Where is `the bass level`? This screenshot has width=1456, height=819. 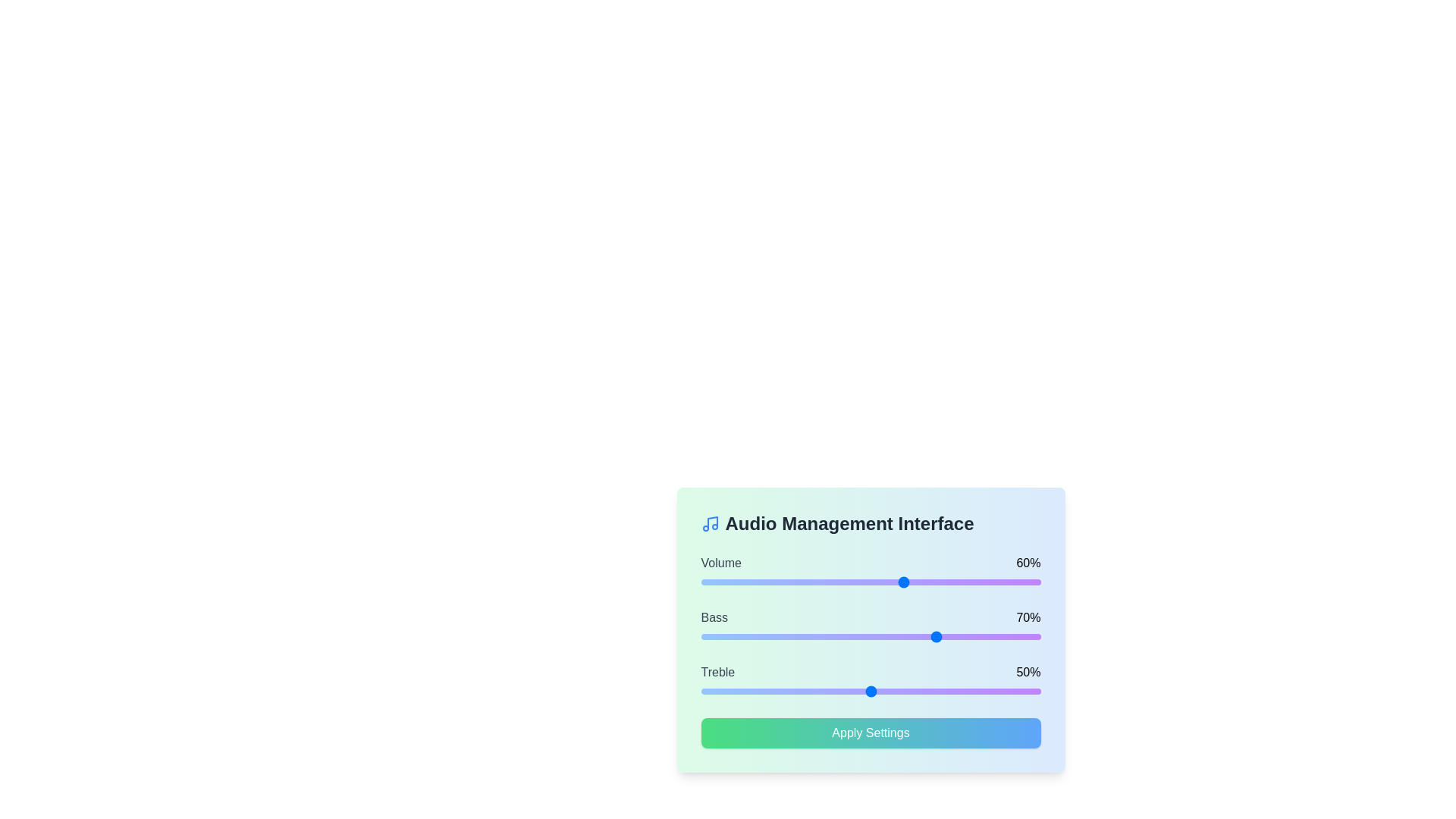
the bass level is located at coordinates (795, 637).